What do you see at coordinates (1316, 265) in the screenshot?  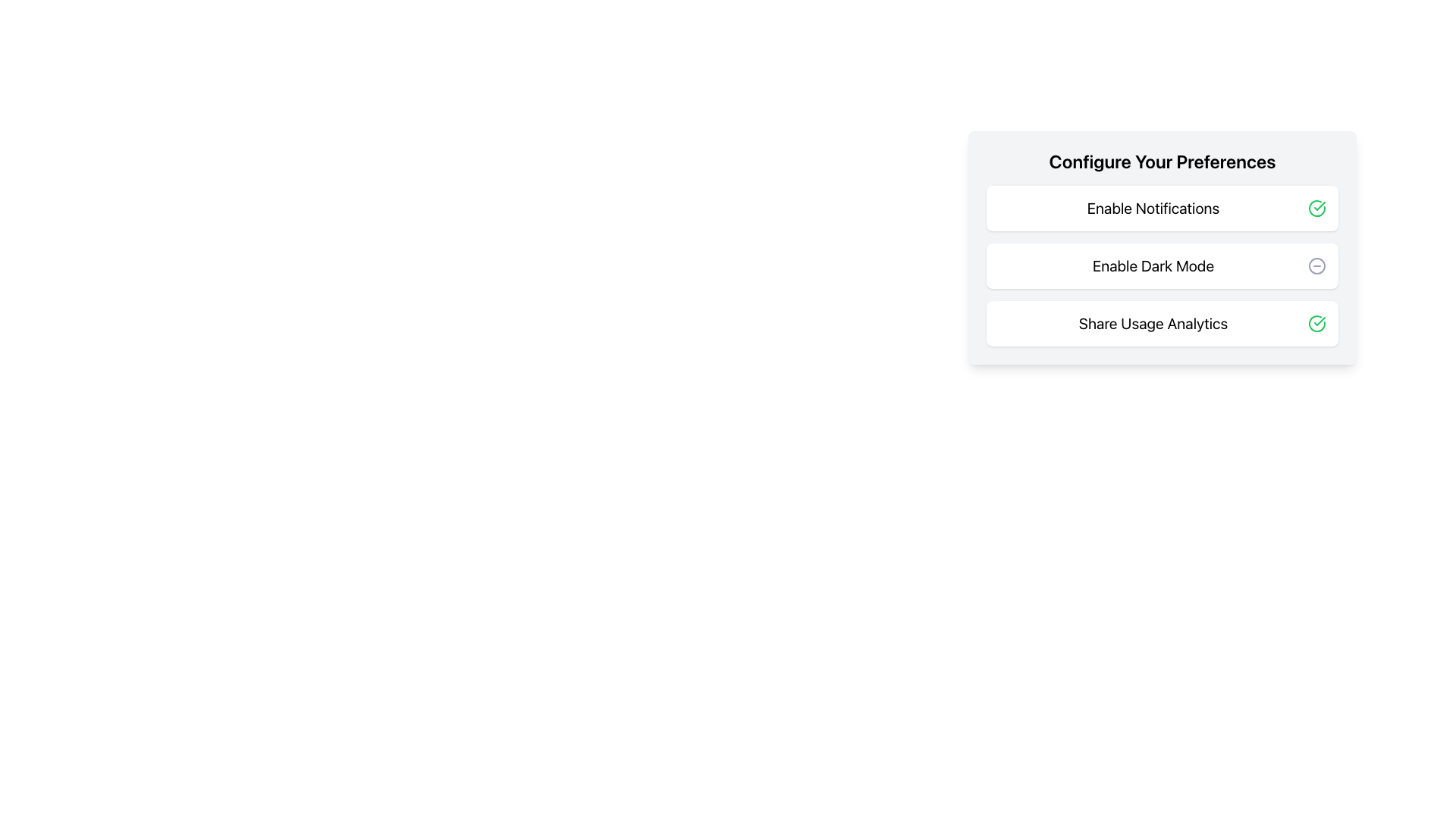 I see `the outer circle of the SVG graphic associated with the 'Enable Dark Mode' option located on the second row of options` at bounding box center [1316, 265].